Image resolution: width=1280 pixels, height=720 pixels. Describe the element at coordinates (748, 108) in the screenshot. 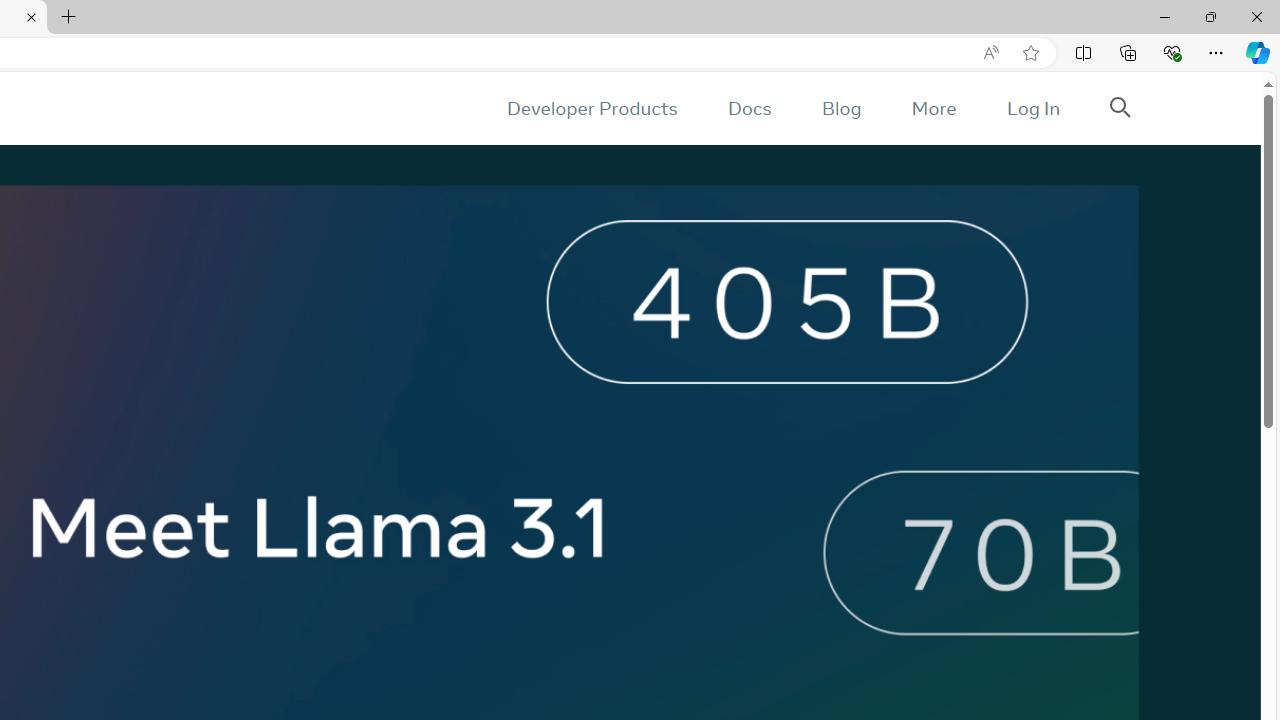

I see `'Docs'` at that location.